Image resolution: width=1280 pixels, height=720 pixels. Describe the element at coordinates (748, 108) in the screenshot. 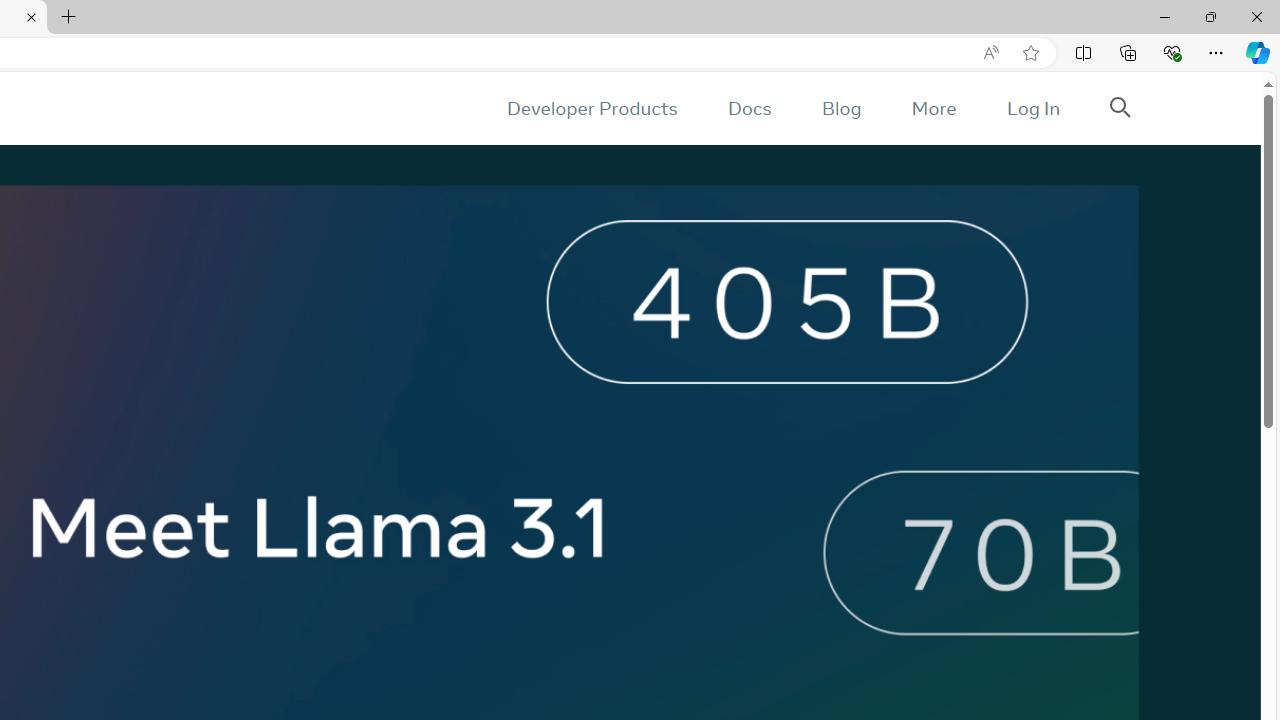

I see `'Docs'` at that location.